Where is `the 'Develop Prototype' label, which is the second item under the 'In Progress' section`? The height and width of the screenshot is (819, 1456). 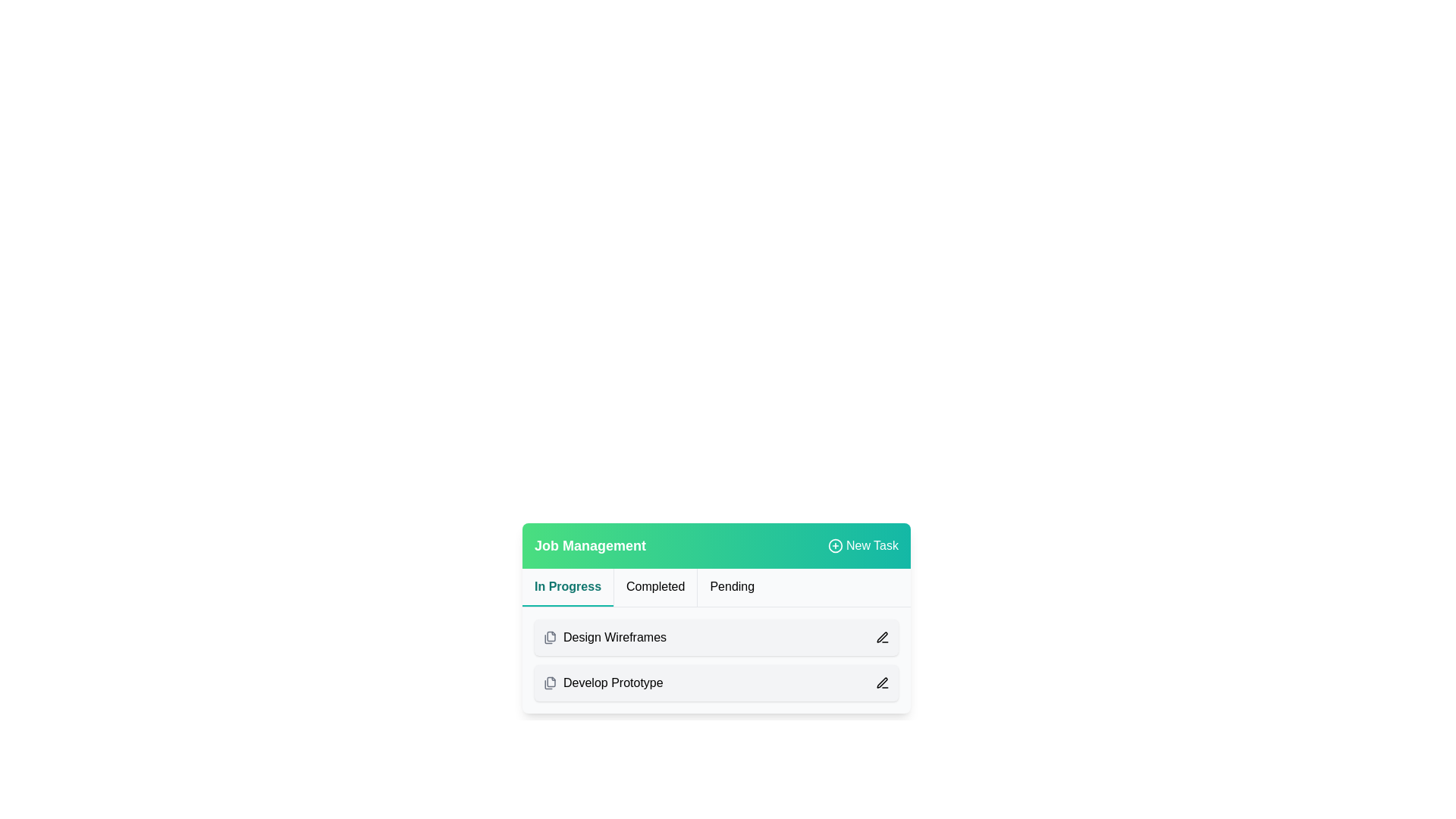 the 'Develop Prototype' label, which is the second item under the 'In Progress' section is located at coordinates (602, 683).